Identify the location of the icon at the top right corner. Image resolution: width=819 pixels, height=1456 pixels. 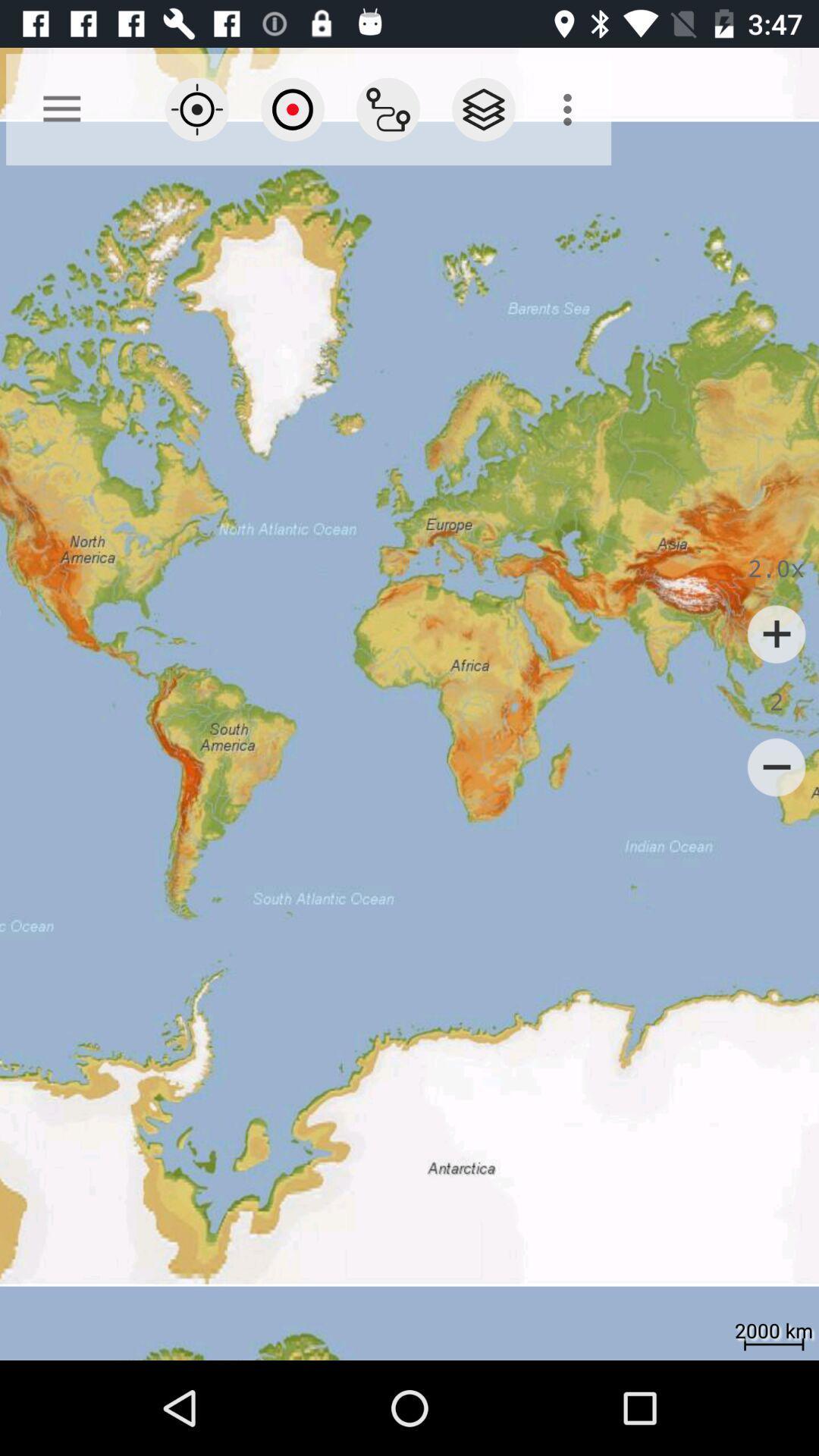
(571, 108).